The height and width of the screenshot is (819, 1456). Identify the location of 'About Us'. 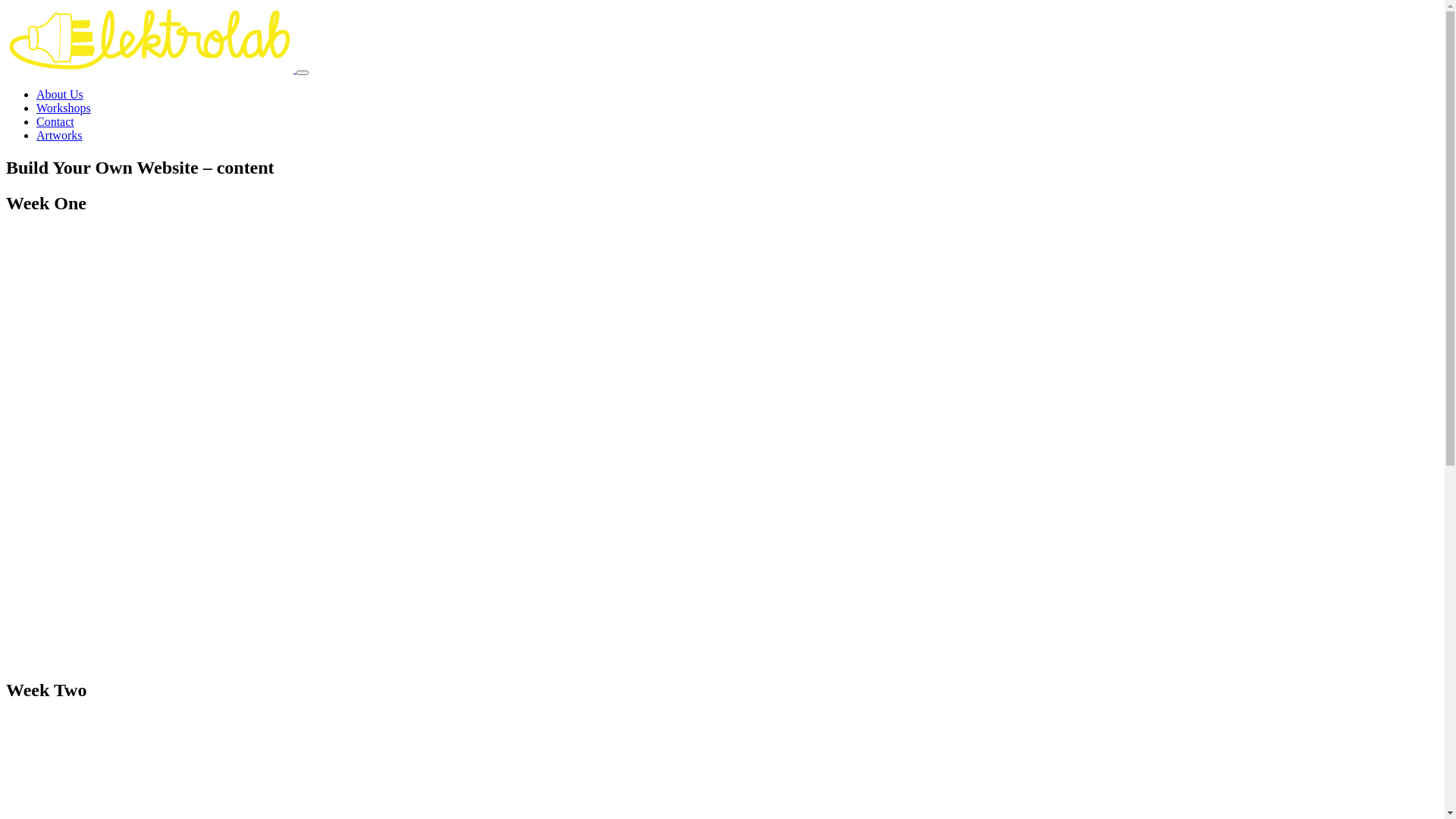
(59, 94).